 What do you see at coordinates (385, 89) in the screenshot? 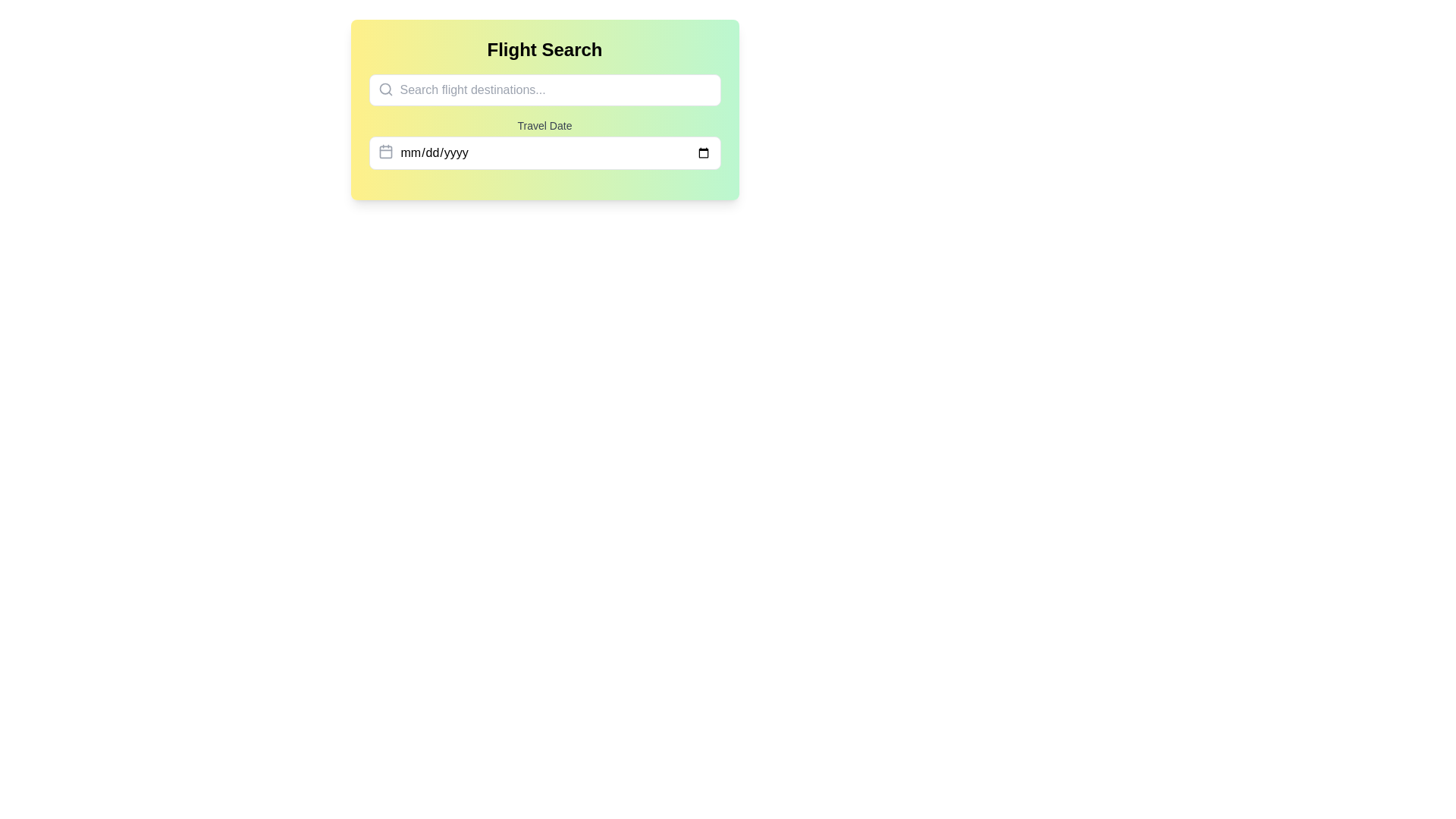
I see `the search icon represented by a magnifying glass, which is positioned to the far-left side of the search input field labeled 'Search flight destinations...'` at bounding box center [385, 89].